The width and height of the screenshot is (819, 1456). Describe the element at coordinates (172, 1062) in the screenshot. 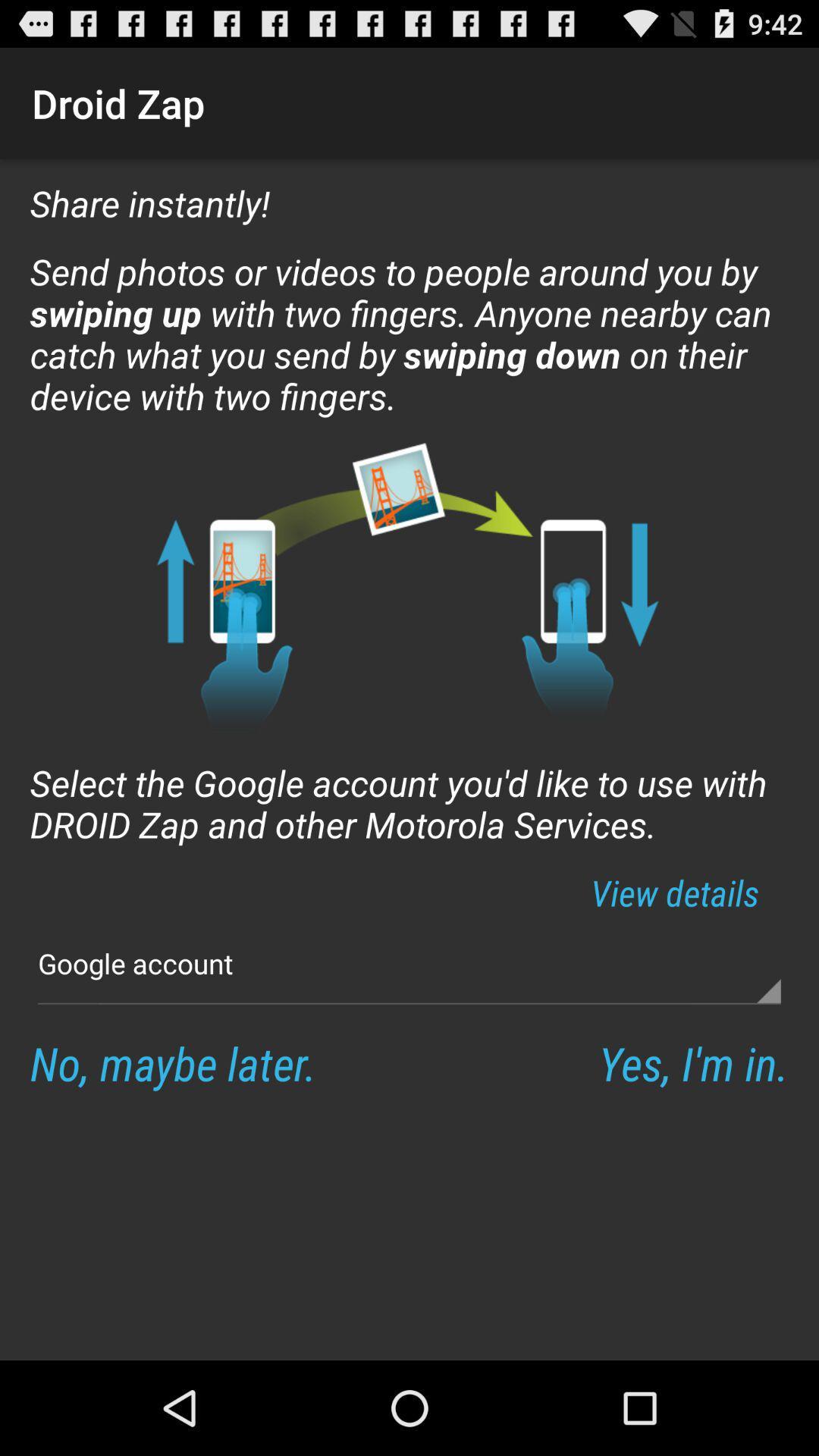

I see `no, maybe later. icon` at that location.